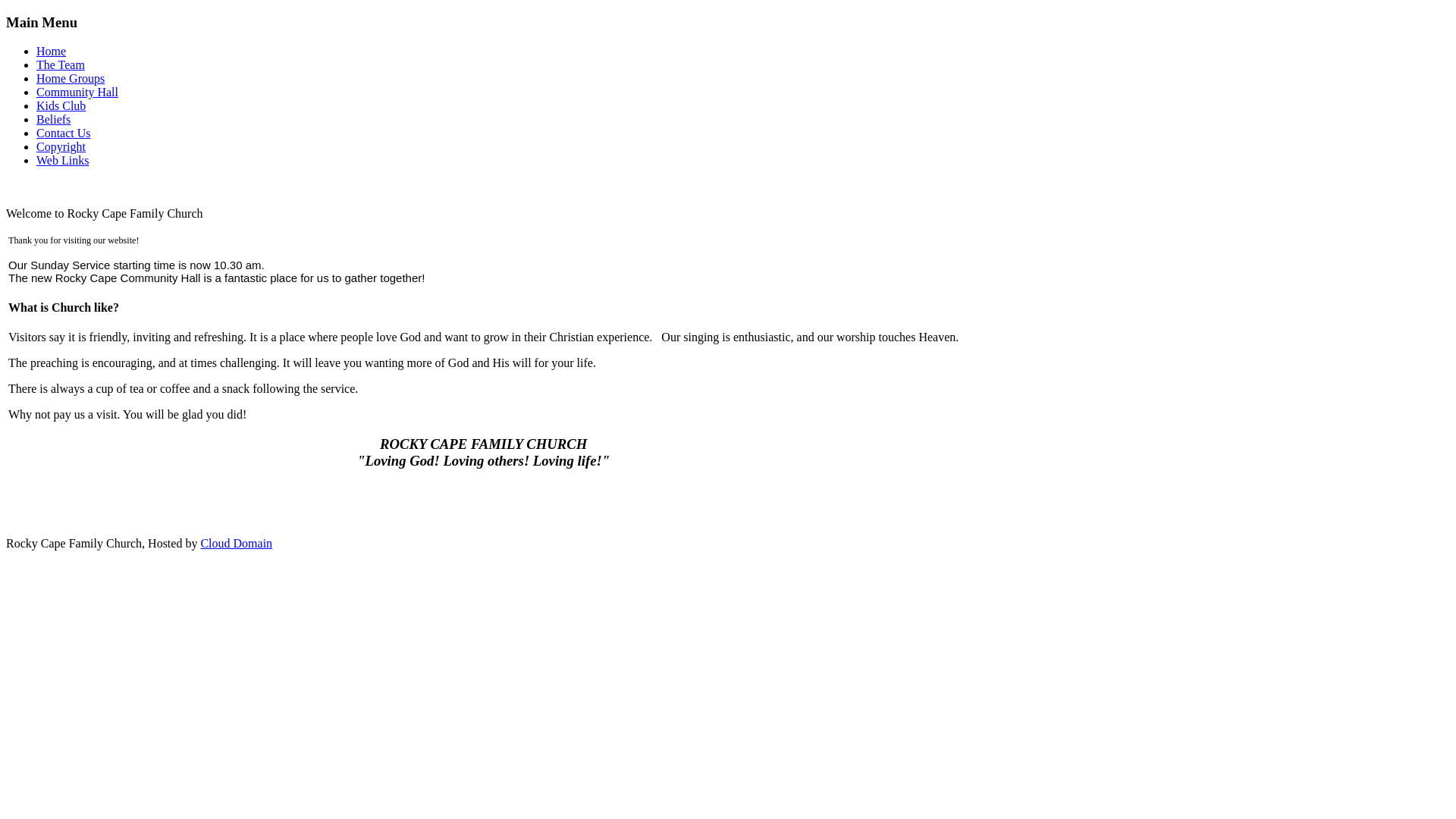 This screenshot has width=1456, height=819. What do you see at coordinates (76, 92) in the screenshot?
I see `'Community Hall'` at bounding box center [76, 92].